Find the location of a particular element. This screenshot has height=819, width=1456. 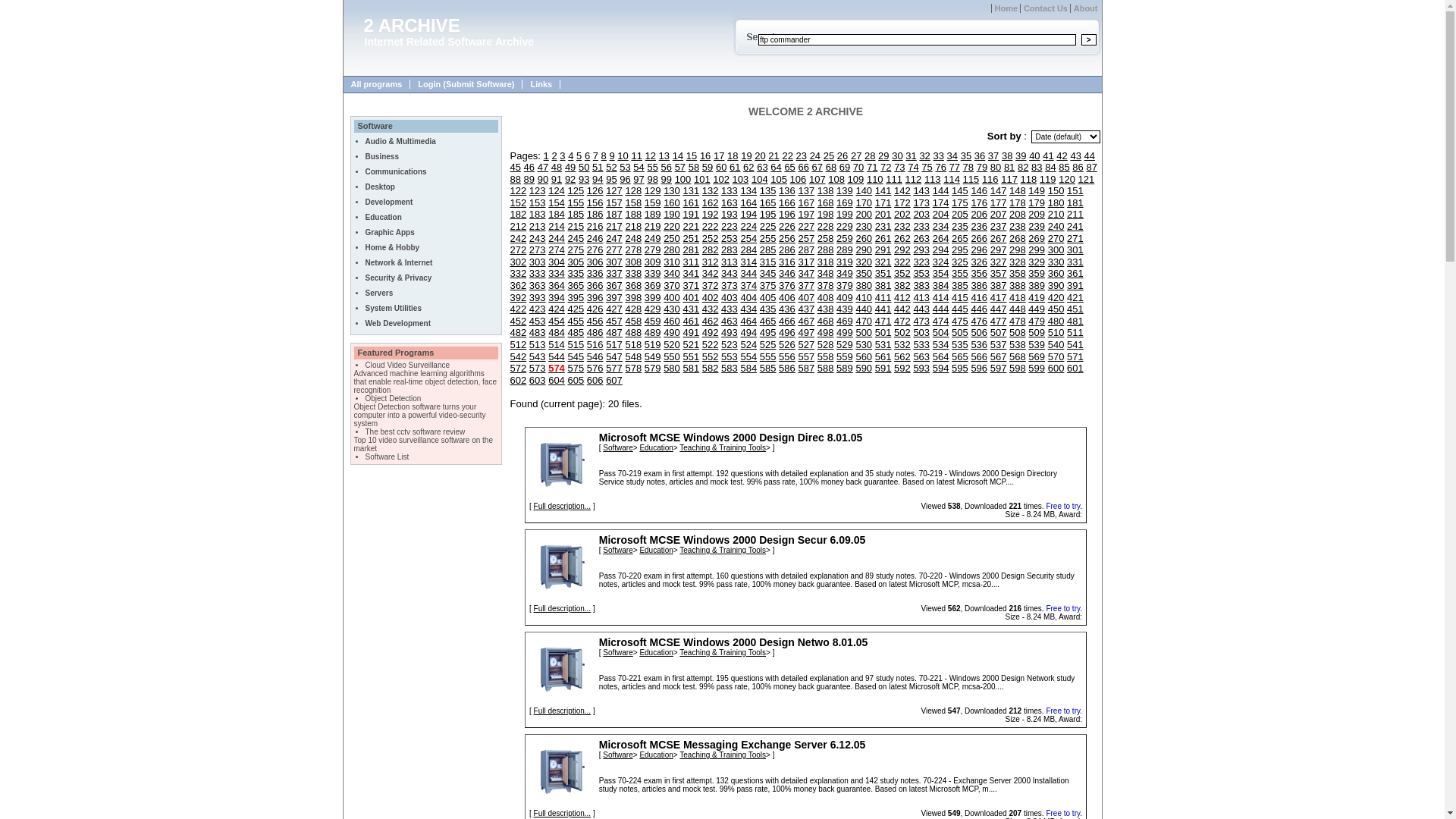

'294' is located at coordinates (931, 249).